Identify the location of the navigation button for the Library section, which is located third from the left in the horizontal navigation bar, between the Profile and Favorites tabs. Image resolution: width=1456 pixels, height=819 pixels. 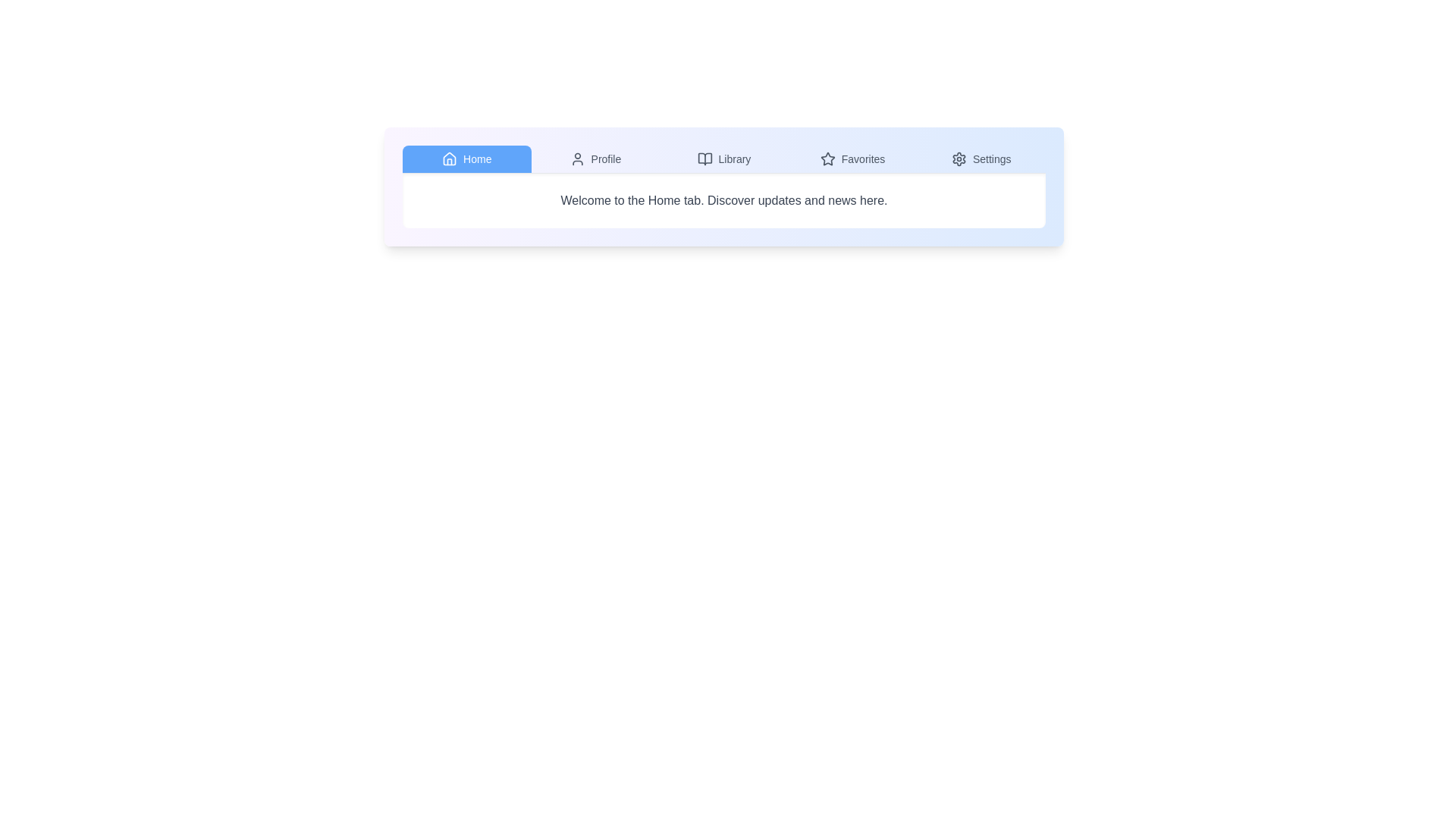
(723, 158).